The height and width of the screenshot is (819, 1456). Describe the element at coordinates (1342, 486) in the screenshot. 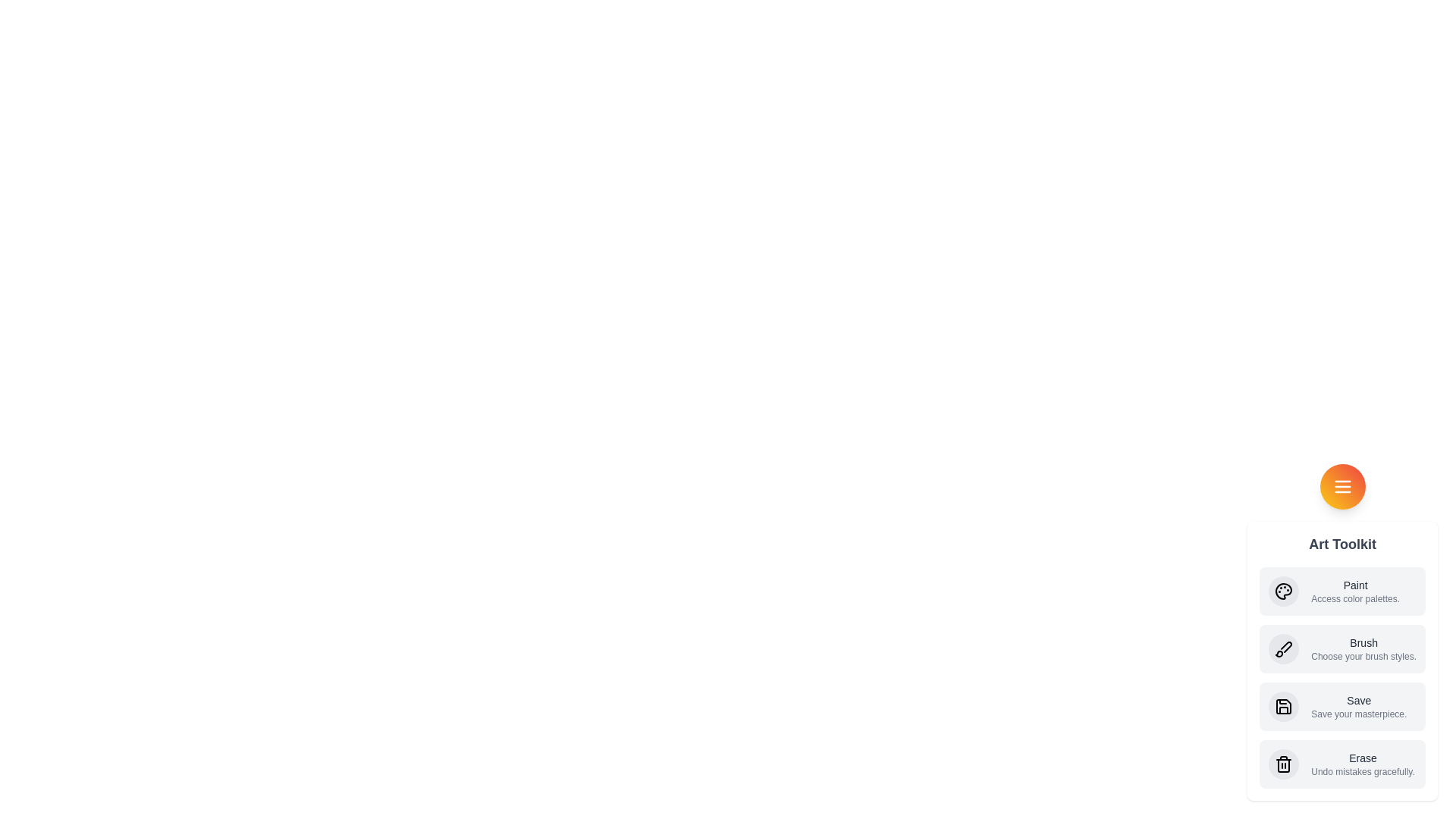

I see `the floating action button to toggle the menu visibility` at that location.